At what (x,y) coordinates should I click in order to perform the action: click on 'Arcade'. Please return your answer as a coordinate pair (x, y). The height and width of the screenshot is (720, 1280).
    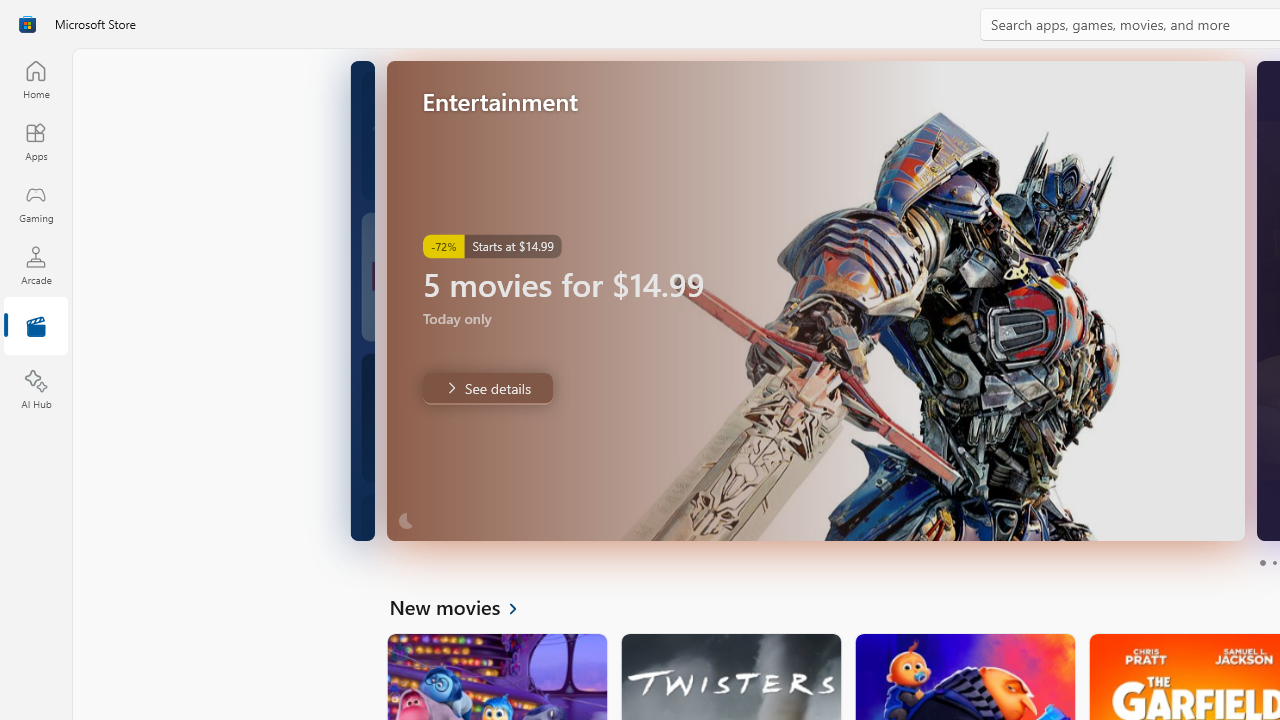
    Looking at the image, I should click on (35, 264).